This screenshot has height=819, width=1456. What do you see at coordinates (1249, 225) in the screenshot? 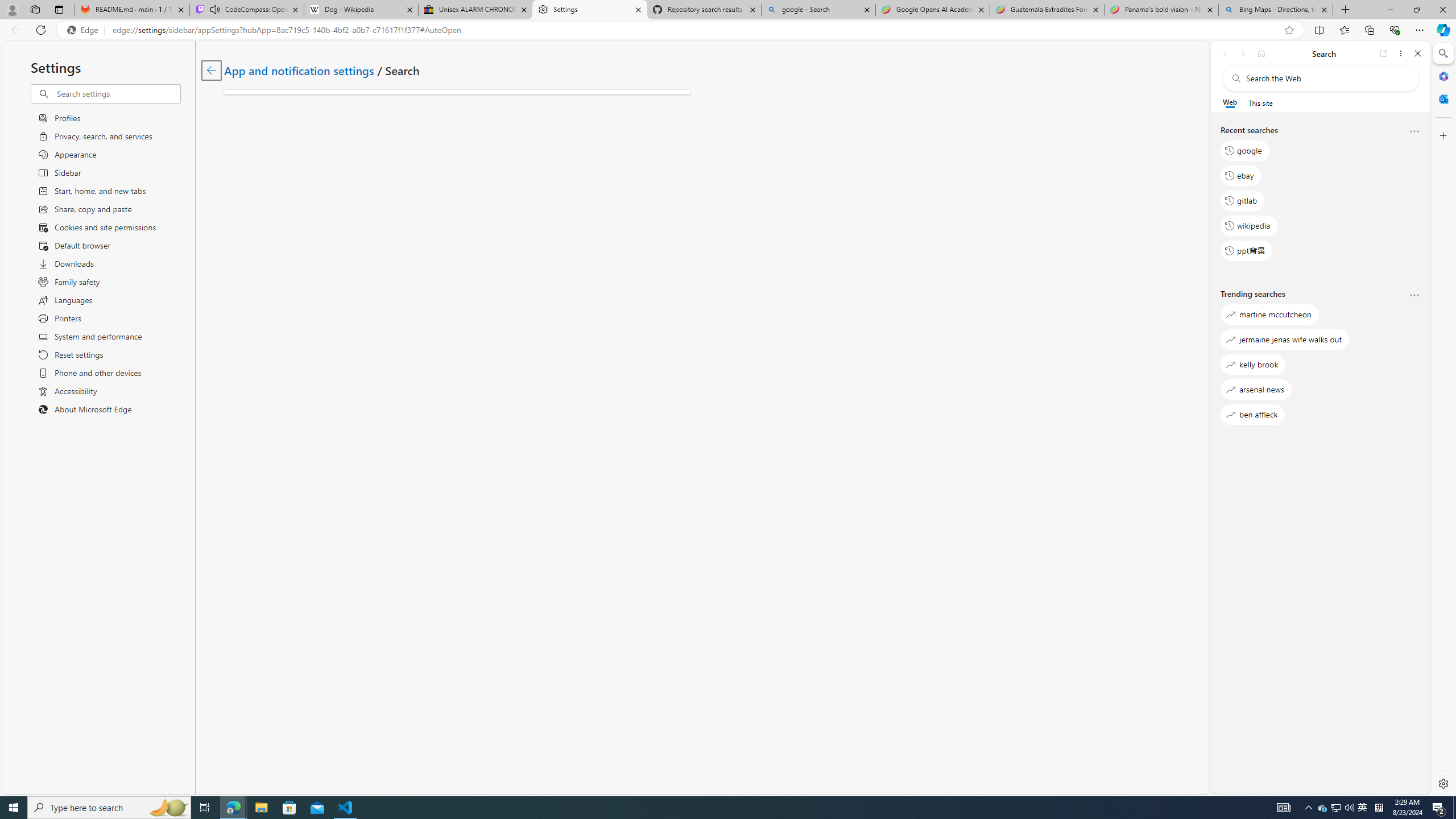
I see `'wikipedia'` at bounding box center [1249, 225].